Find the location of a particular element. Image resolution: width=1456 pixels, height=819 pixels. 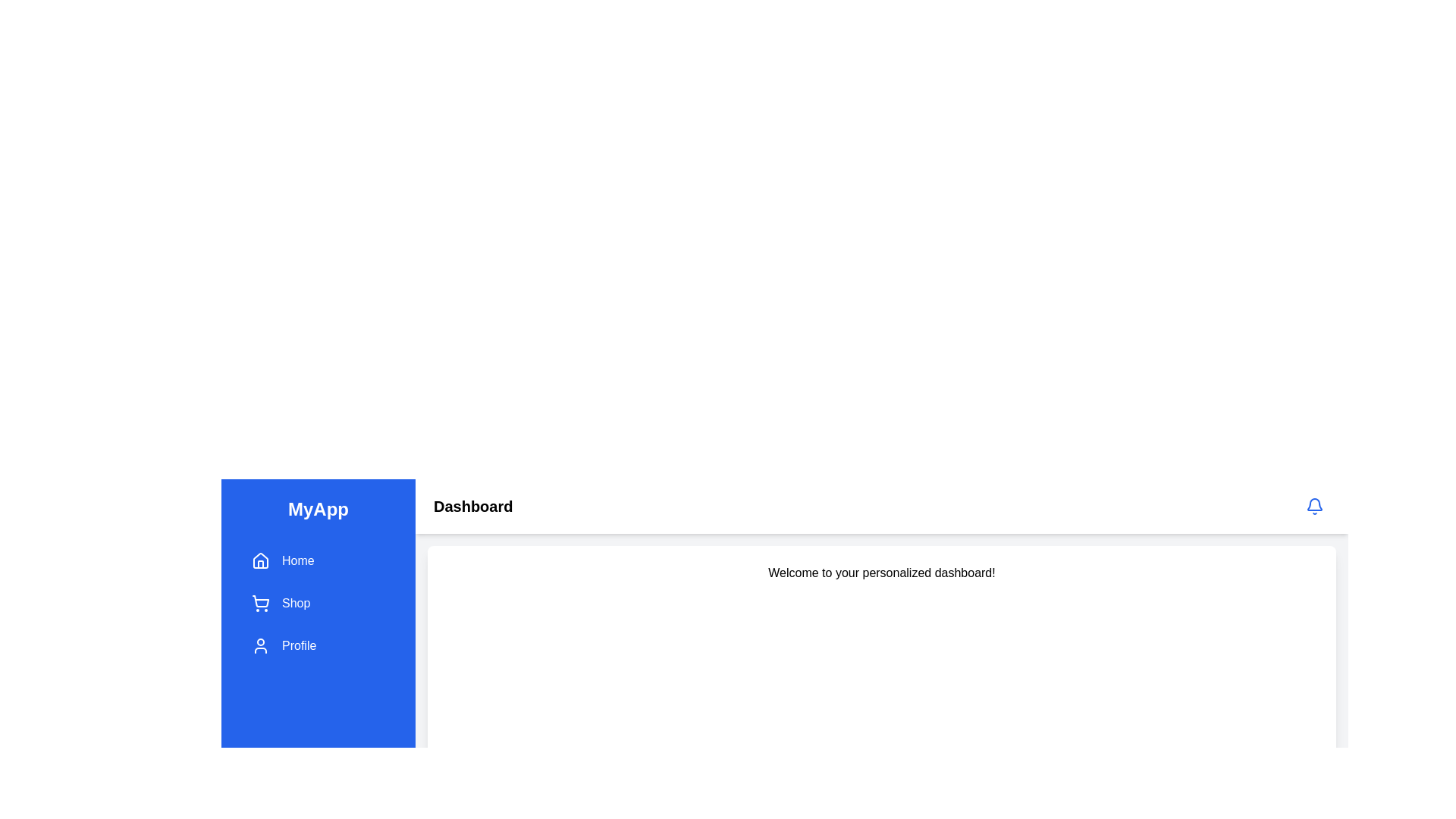

the notification icon located in the upper right area of the interface is located at coordinates (1313, 506).